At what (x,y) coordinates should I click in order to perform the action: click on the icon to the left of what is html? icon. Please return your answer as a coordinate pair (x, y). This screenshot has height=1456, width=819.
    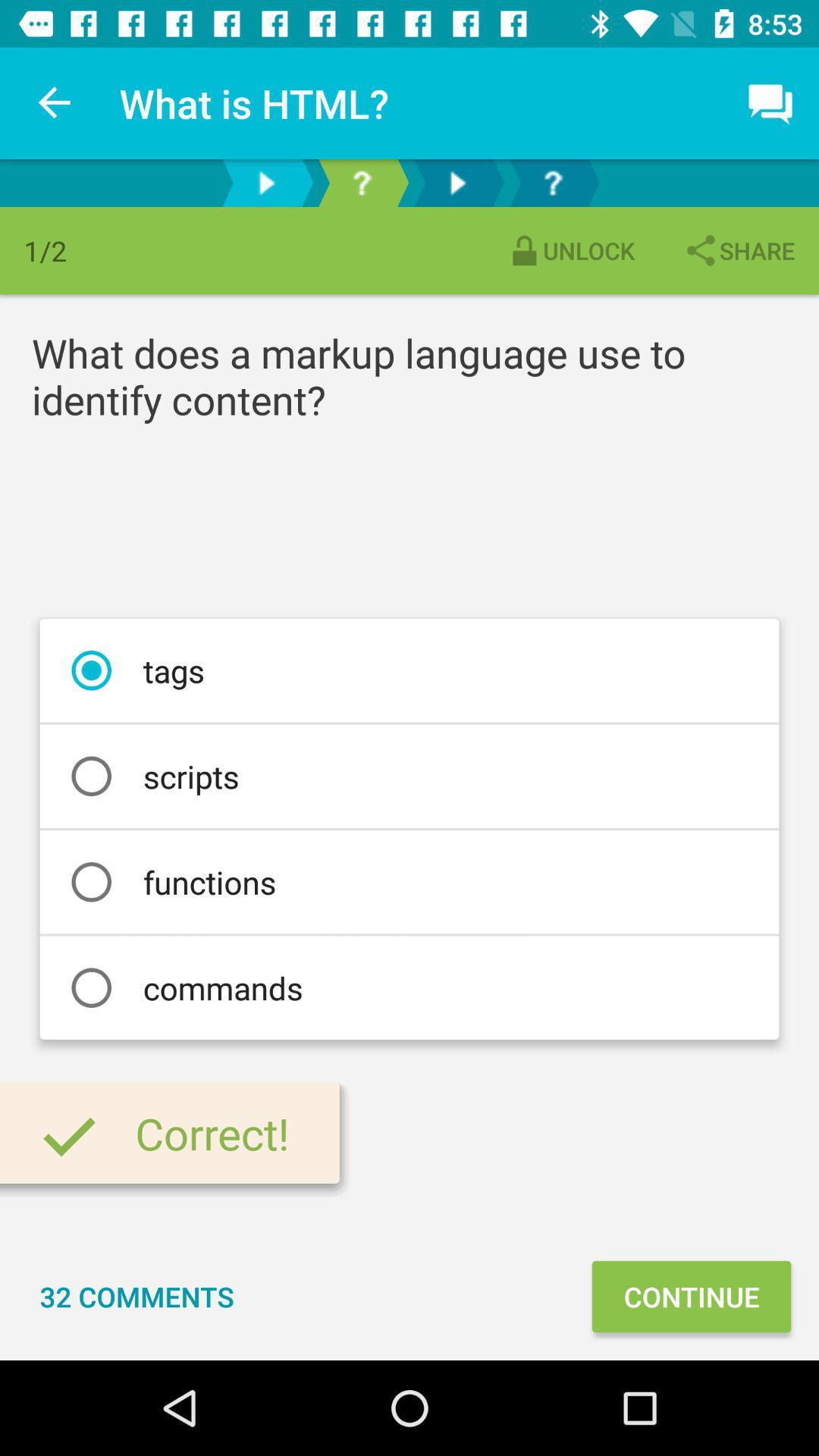
    Looking at the image, I should click on (55, 102).